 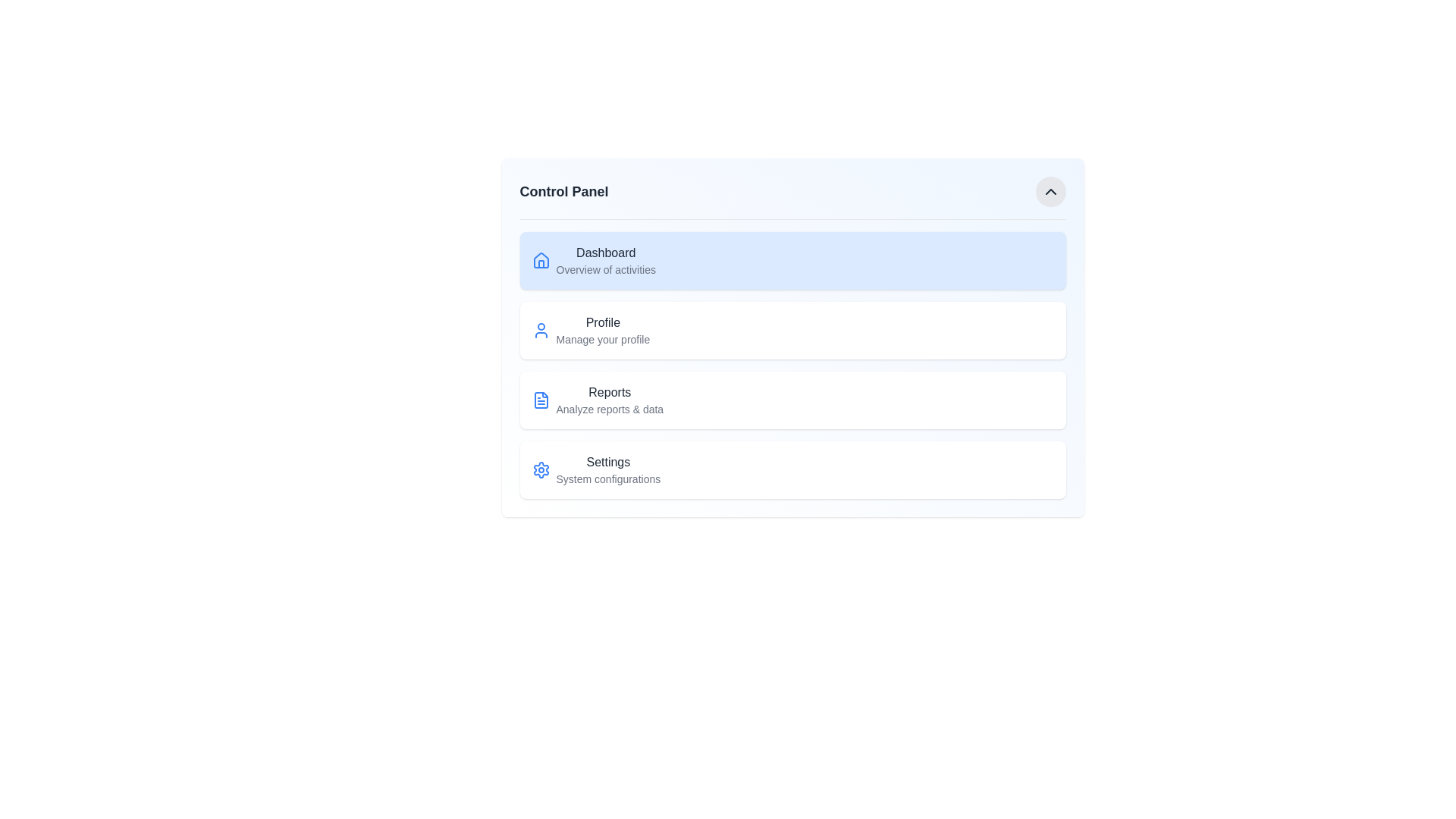 What do you see at coordinates (792, 329) in the screenshot?
I see `the second card in the list labeled 'Profile'` at bounding box center [792, 329].